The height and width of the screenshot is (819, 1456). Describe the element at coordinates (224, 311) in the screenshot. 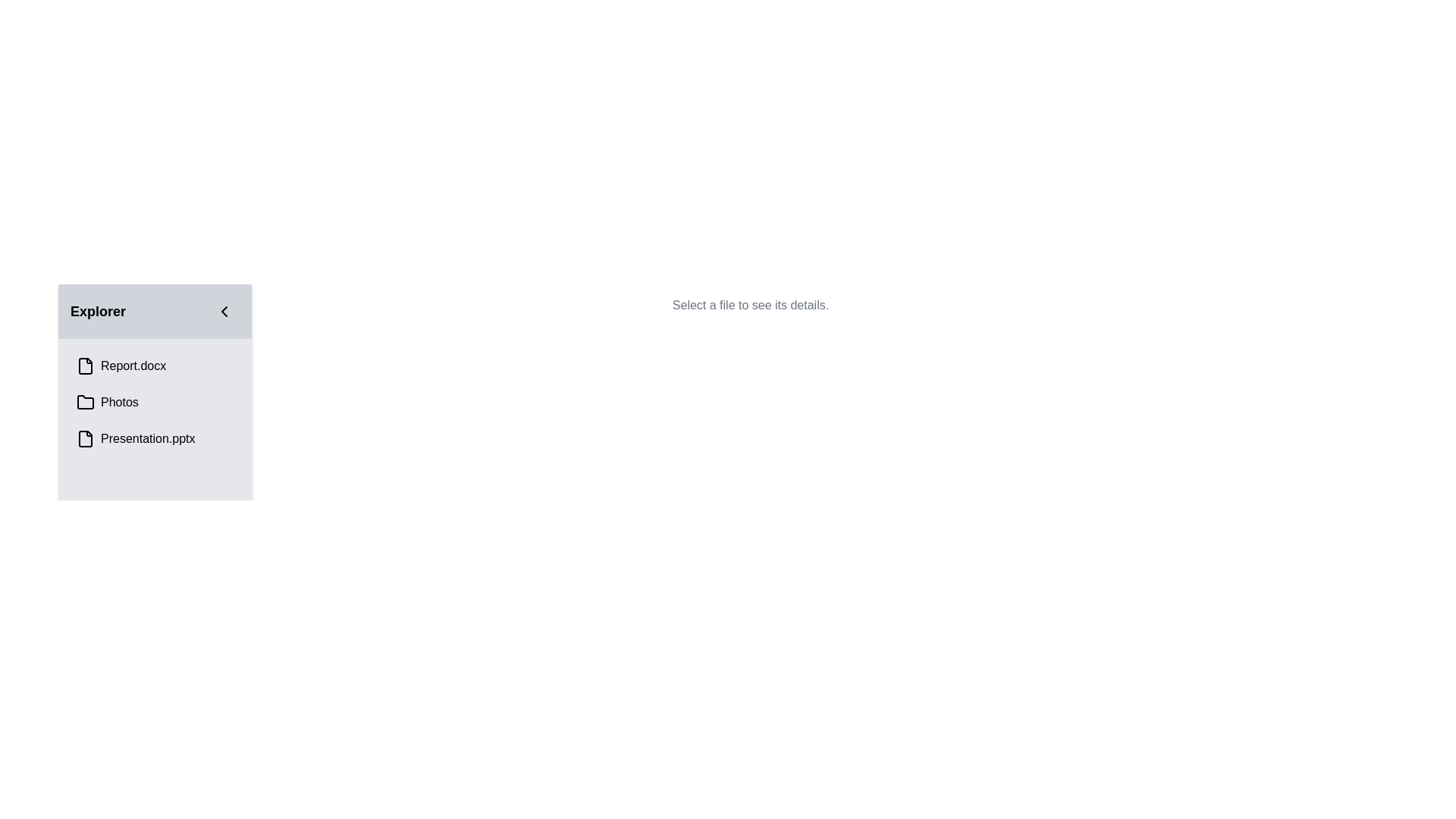

I see `the navigation icon located in the top section of the left sidebar beside the 'Explorer' label` at that location.